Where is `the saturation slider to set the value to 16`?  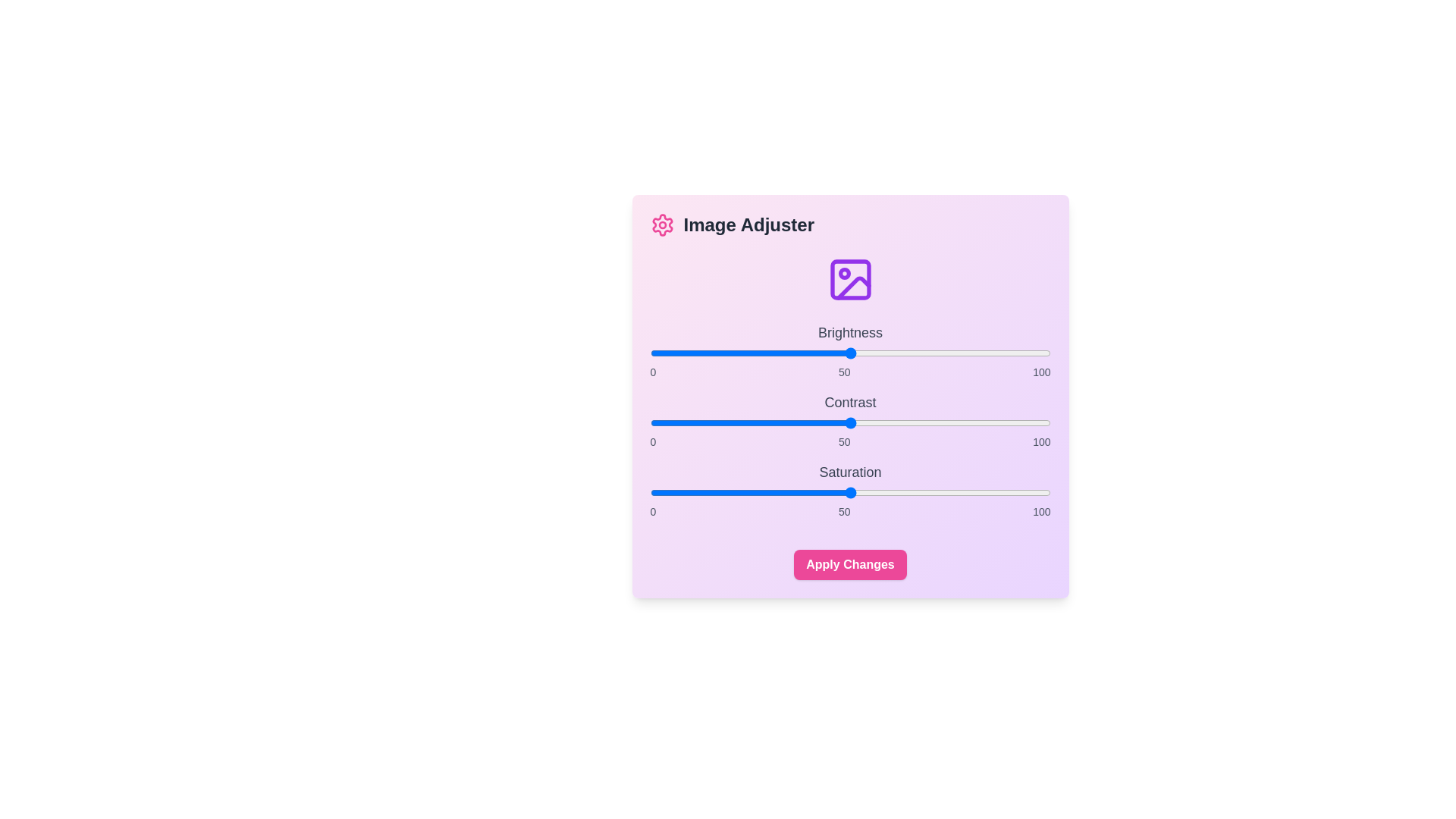 the saturation slider to set the value to 16 is located at coordinates (713, 493).